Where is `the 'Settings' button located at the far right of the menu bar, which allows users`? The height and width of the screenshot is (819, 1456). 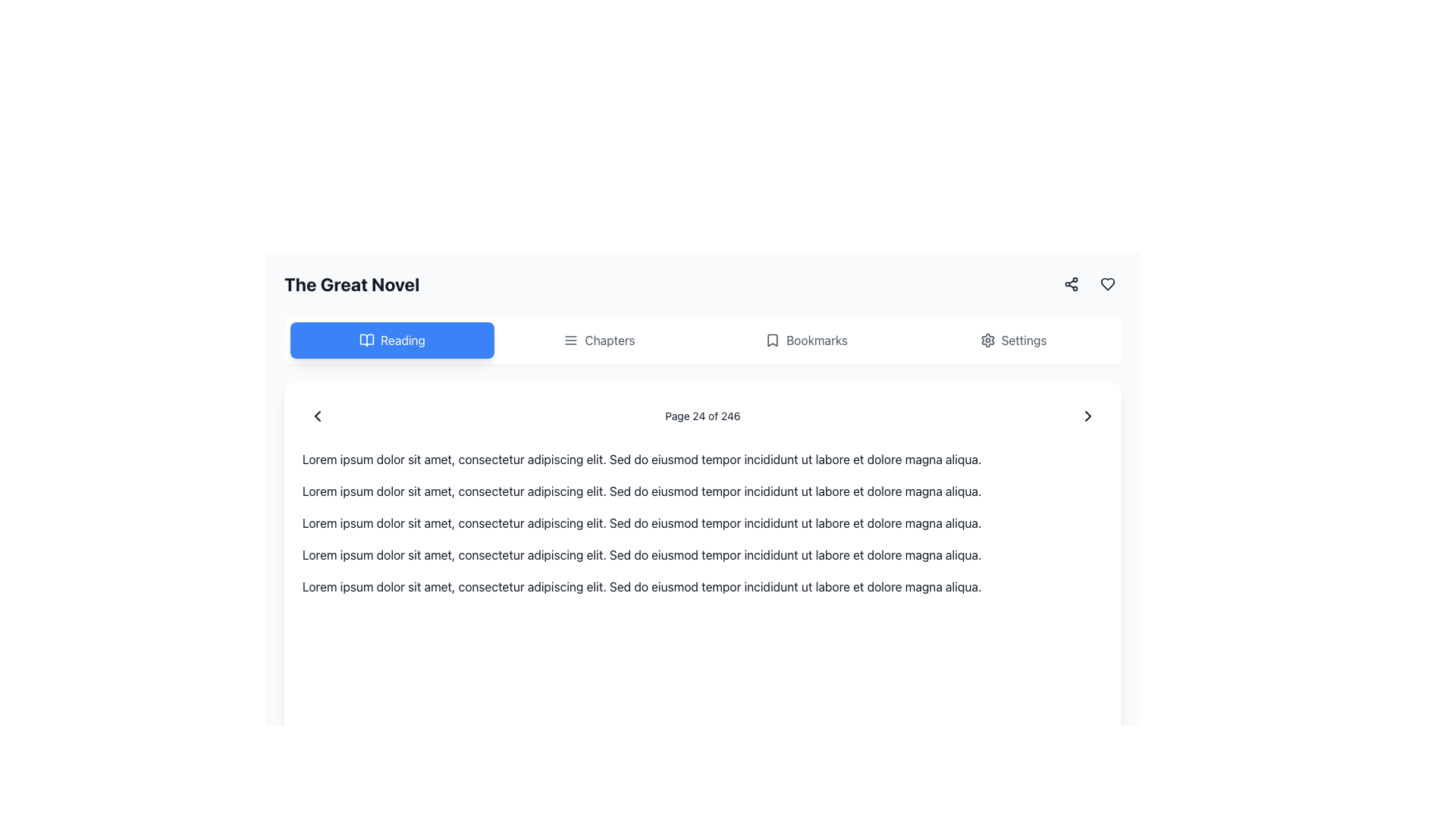 the 'Settings' button located at the far right of the menu bar, which allows users is located at coordinates (1013, 339).